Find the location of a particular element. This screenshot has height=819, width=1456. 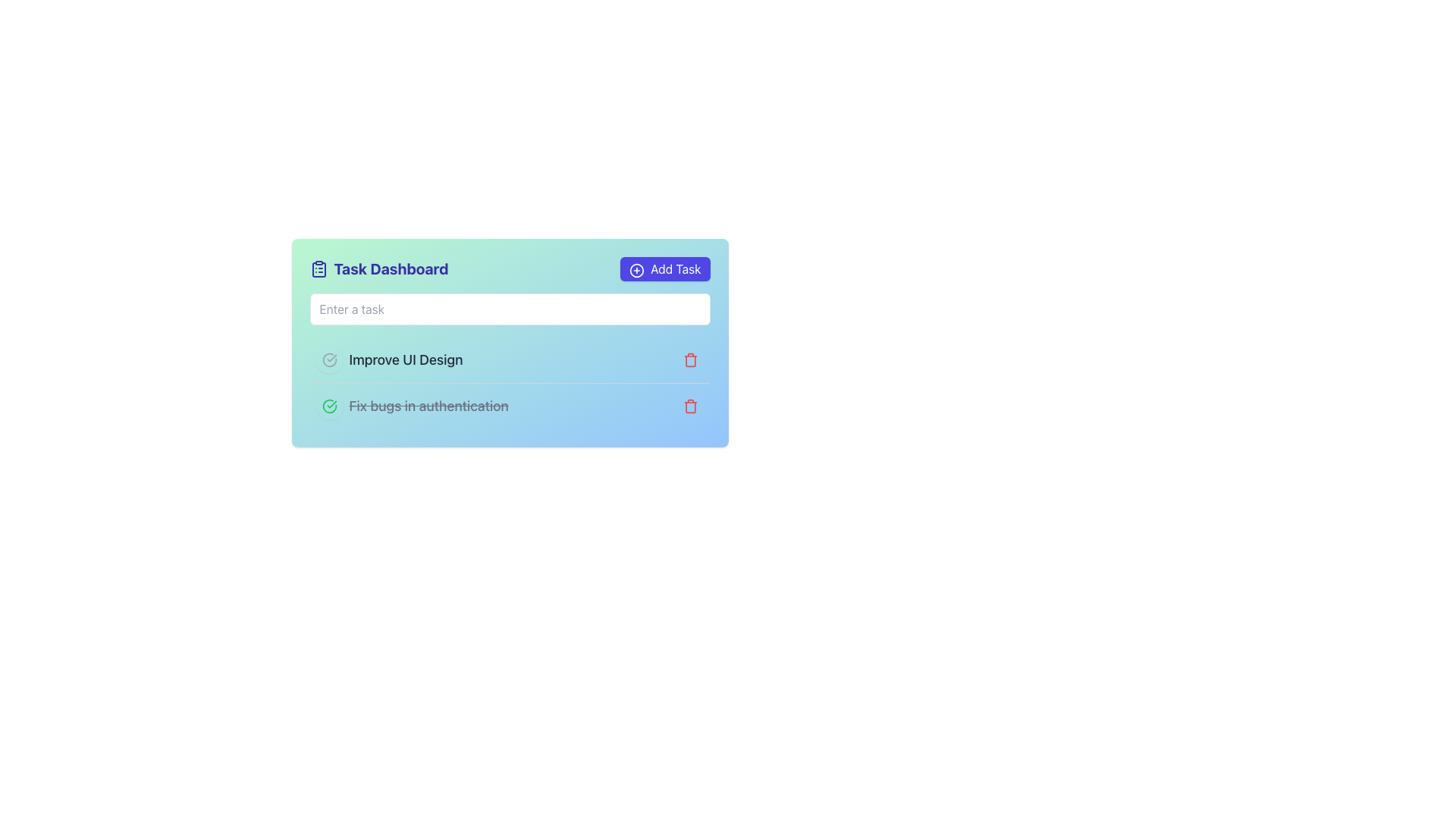

text displayed in the Text Label that says 'Task Dashboard', which is bold and indigo-colored, located at the top part of the interface next to a clipboard icon is located at coordinates (391, 268).